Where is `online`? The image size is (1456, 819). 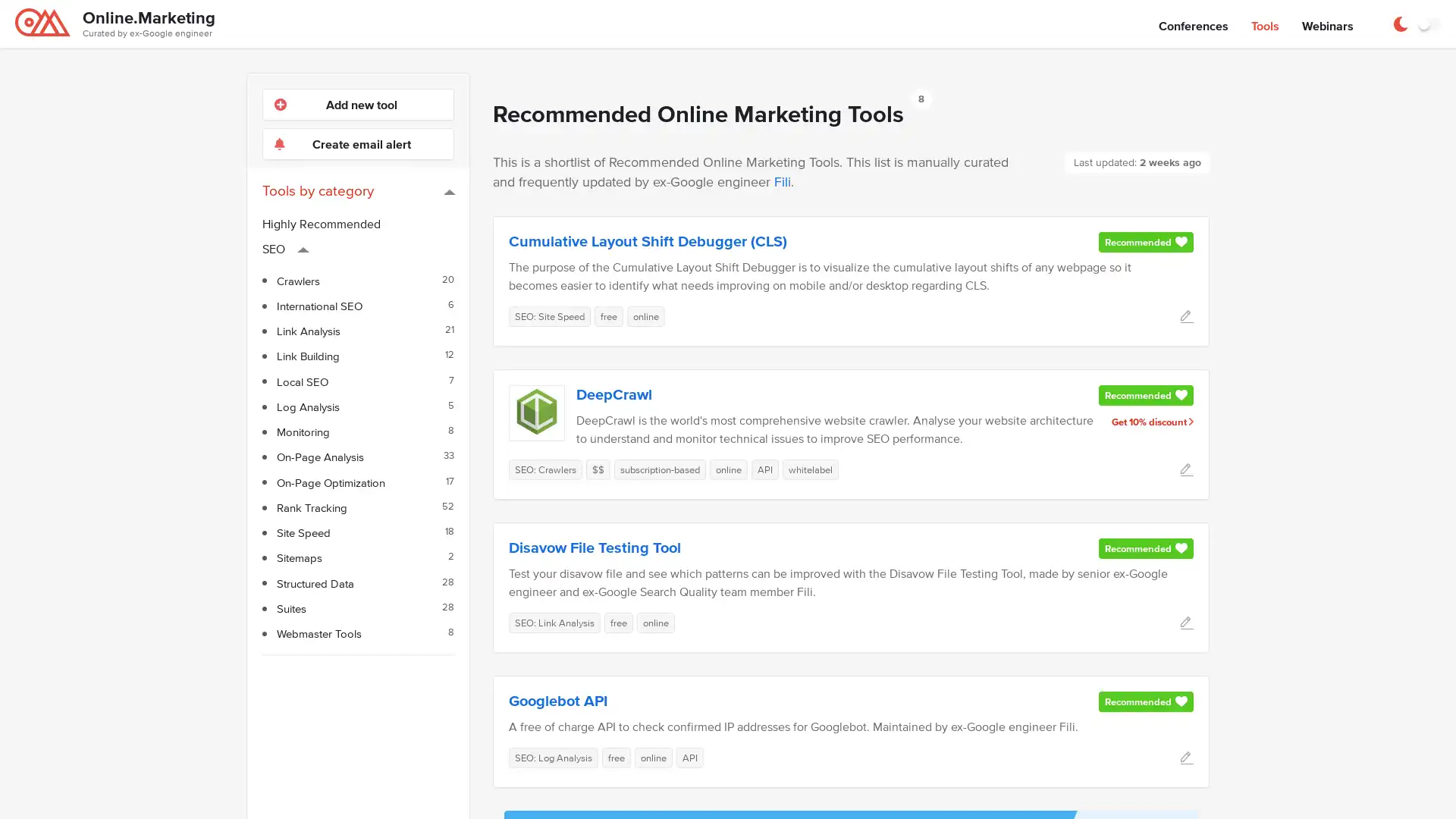 online is located at coordinates (655, 622).